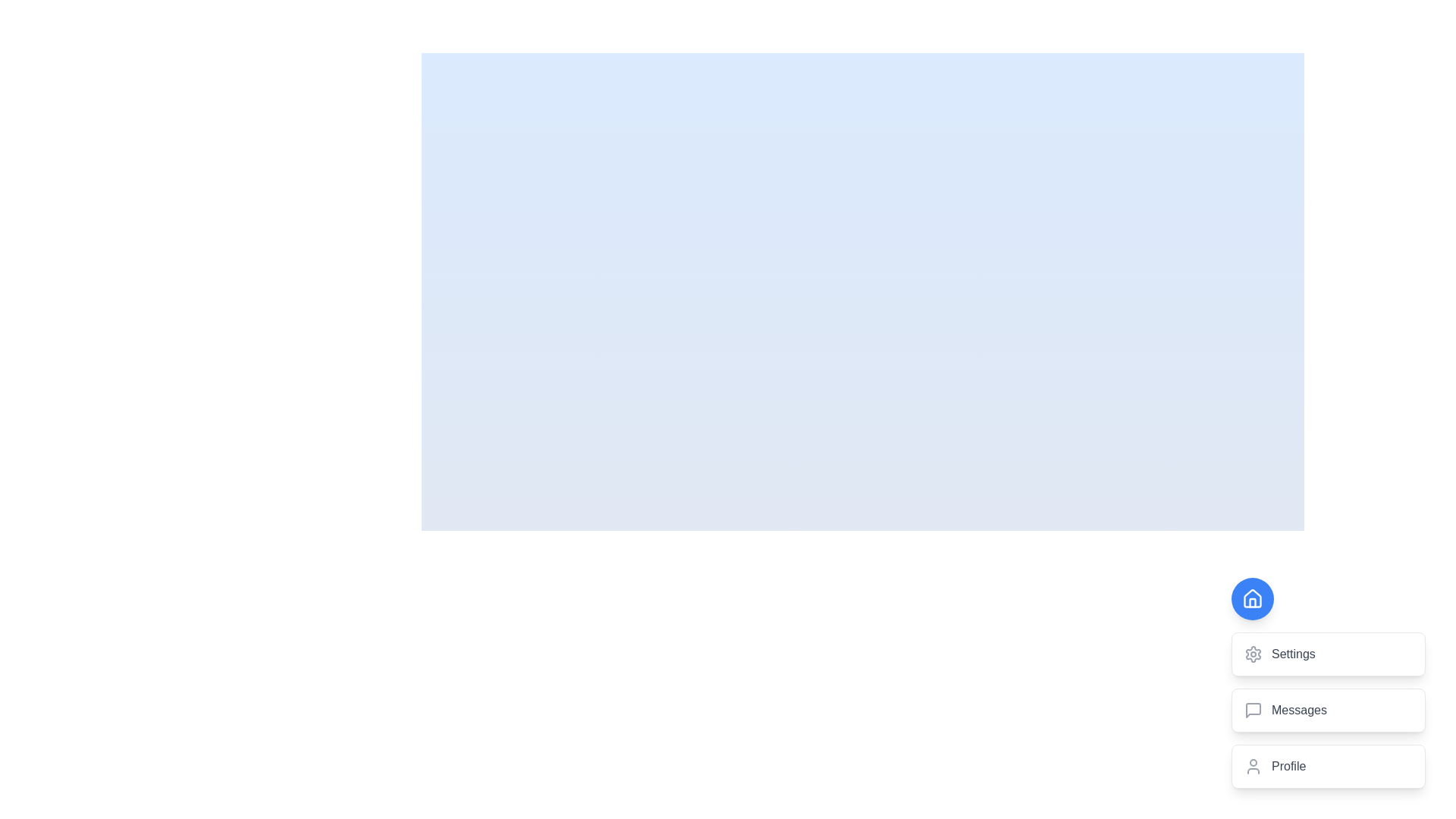  What do you see at coordinates (1328, 683) in the screenshot?
I see `the 'Messages' button, which is the second card in a vertical stack of three cards located in the bottom-right corner of the interface` at bounding box center [1328, 683].